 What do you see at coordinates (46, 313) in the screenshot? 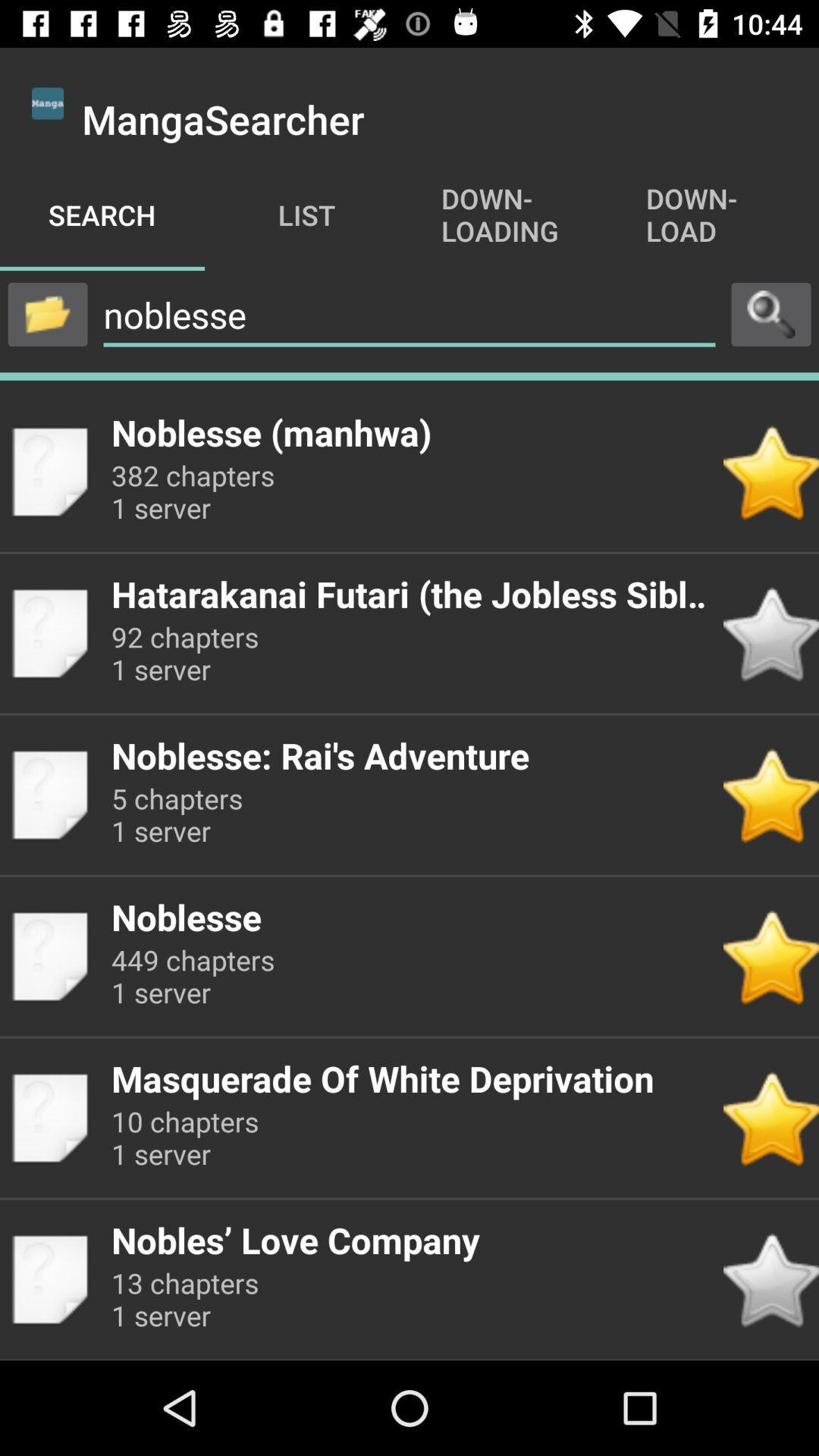
I see `the folder icon` at bounding box center [46, 313].